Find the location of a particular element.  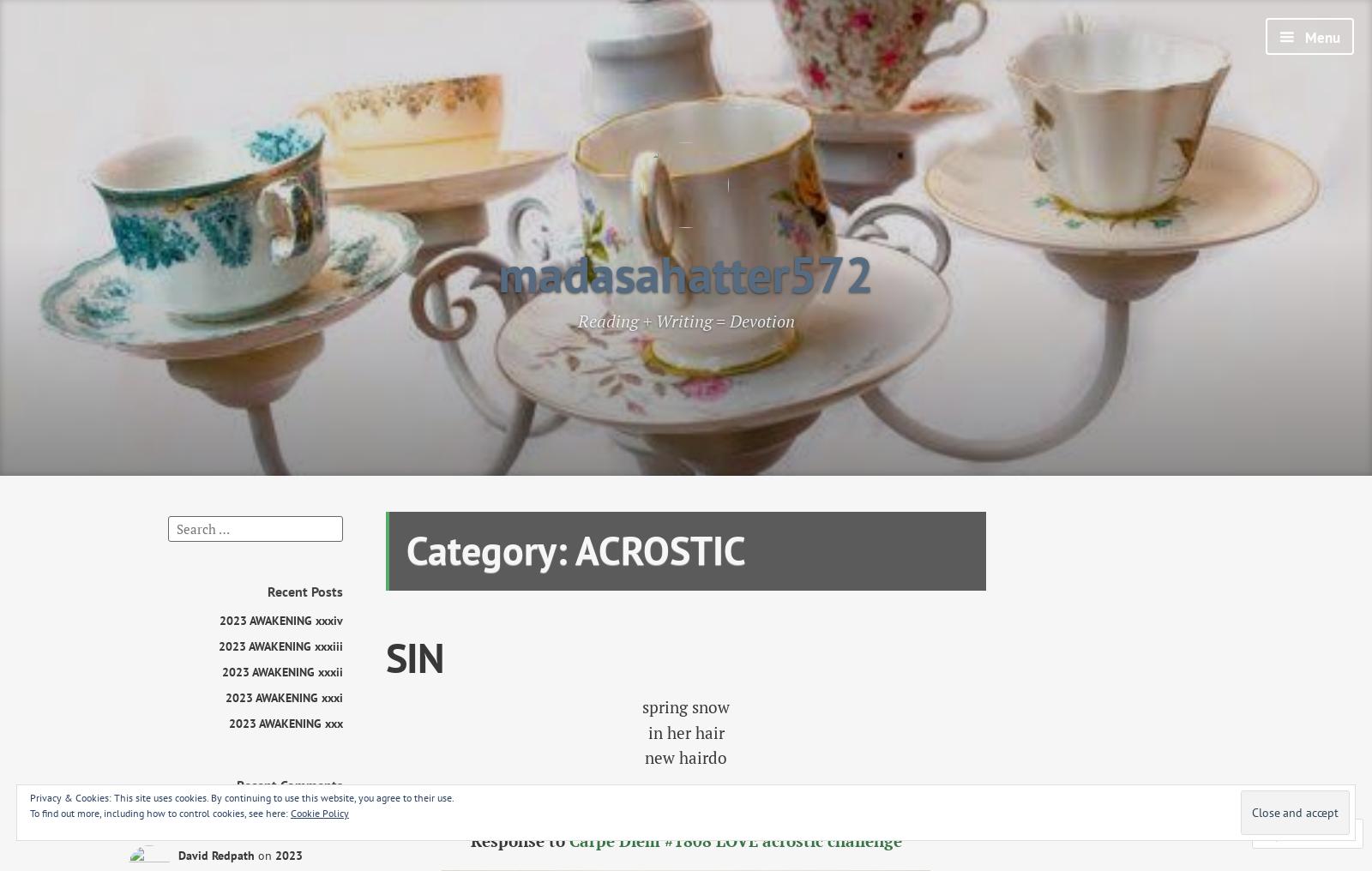

'Carpe Diem #1808 LOVE acrostic challenge' is located at coordinates (733, 840).